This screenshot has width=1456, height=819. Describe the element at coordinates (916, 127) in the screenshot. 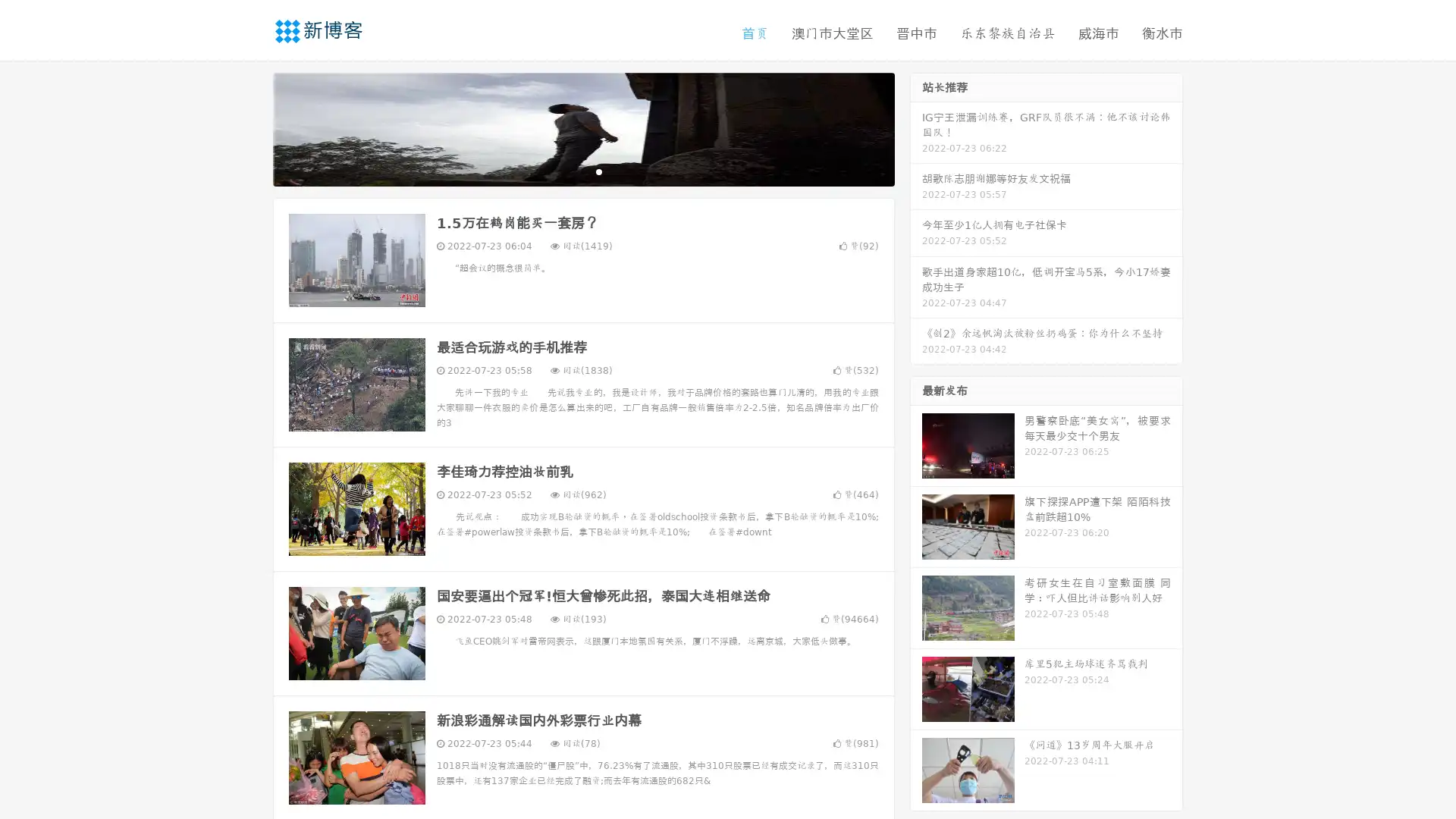

I see `Next slide` at that location.